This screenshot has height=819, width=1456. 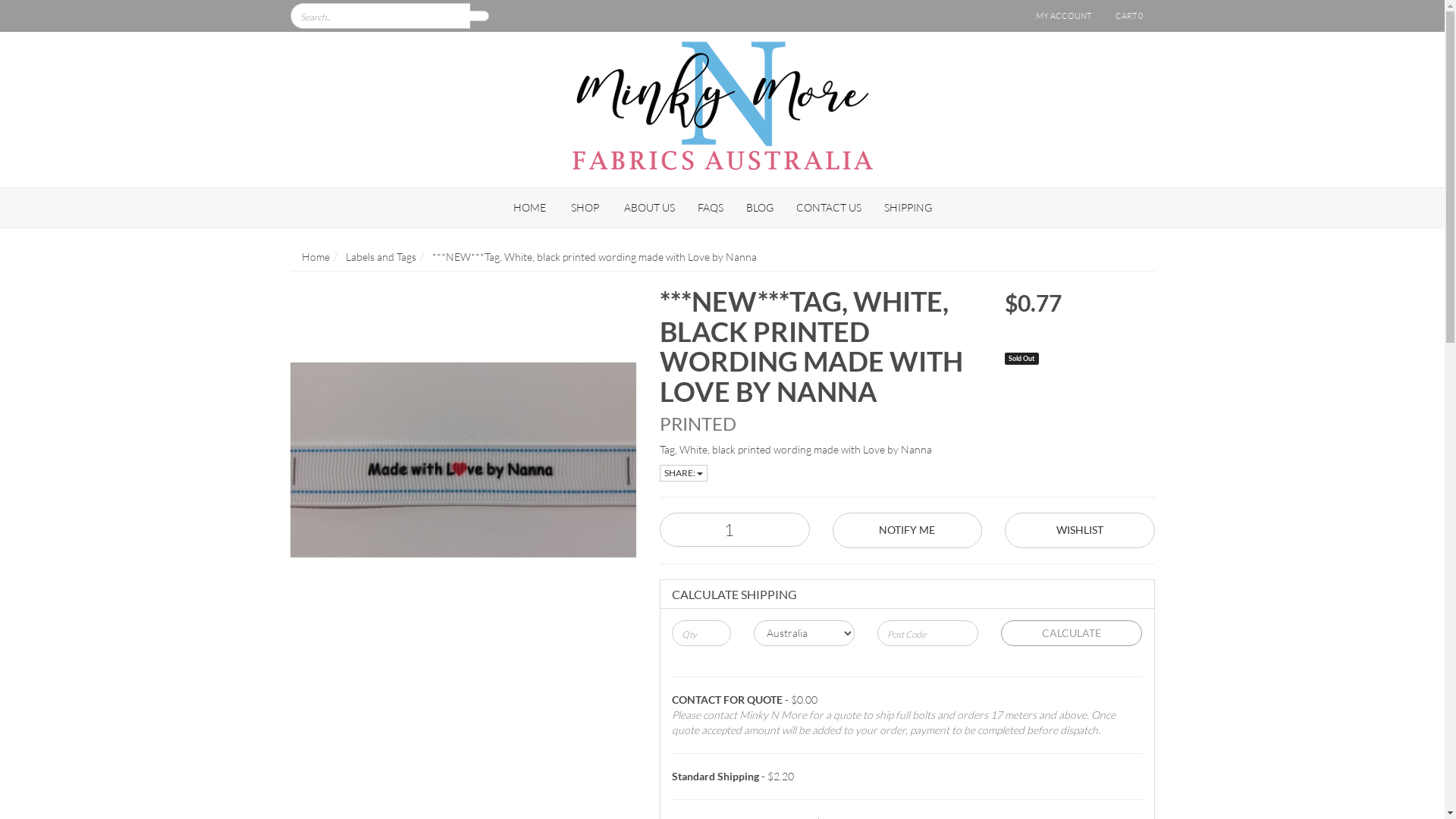 I want to click on 'Home', so click(x=315, y=256).